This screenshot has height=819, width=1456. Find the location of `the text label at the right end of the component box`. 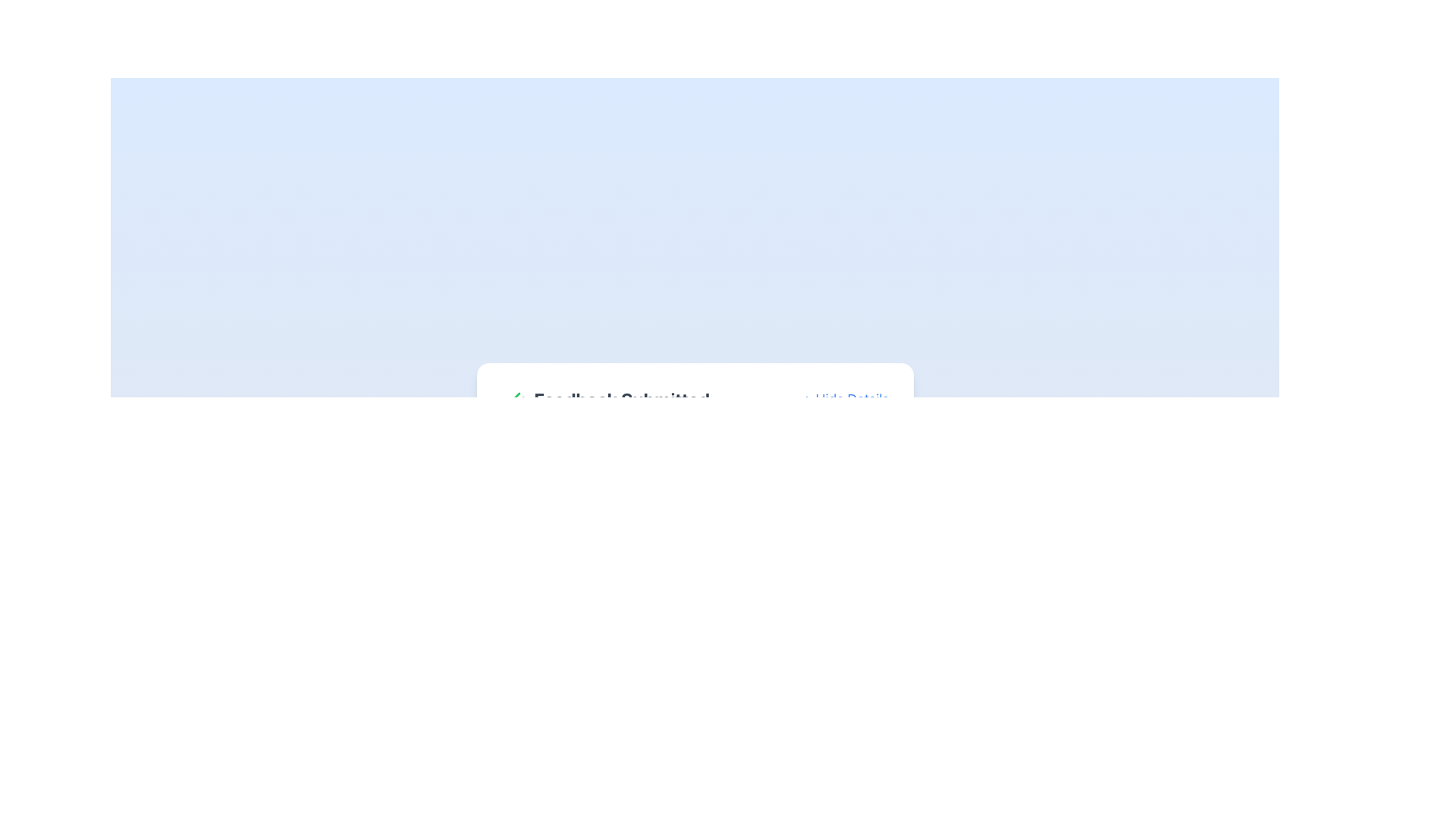

the text label at the right end of the component box is located at coordinates (852, 398).